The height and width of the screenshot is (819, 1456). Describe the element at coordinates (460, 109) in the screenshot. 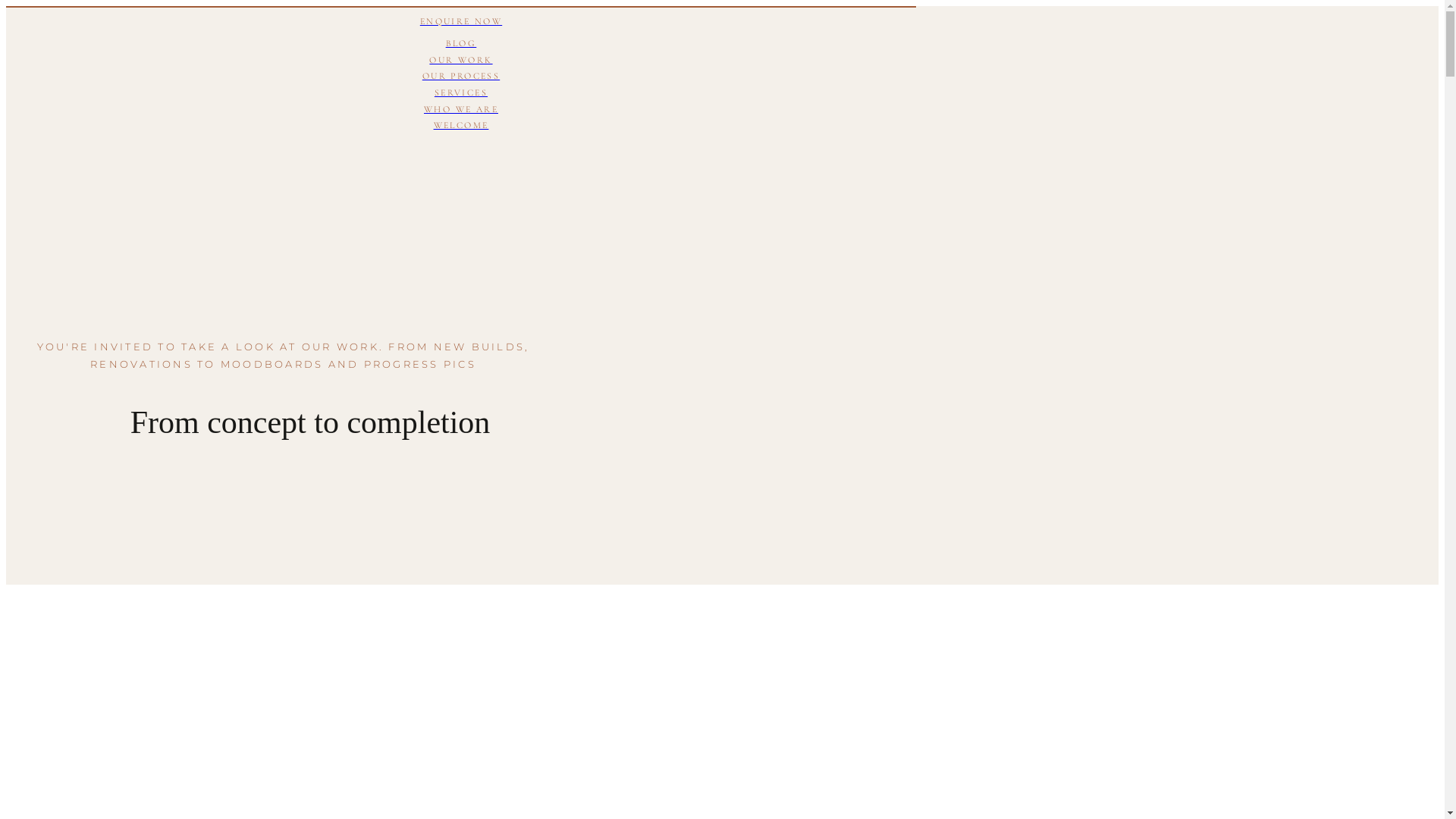

I see `'WHO WE ARE'` at that location.